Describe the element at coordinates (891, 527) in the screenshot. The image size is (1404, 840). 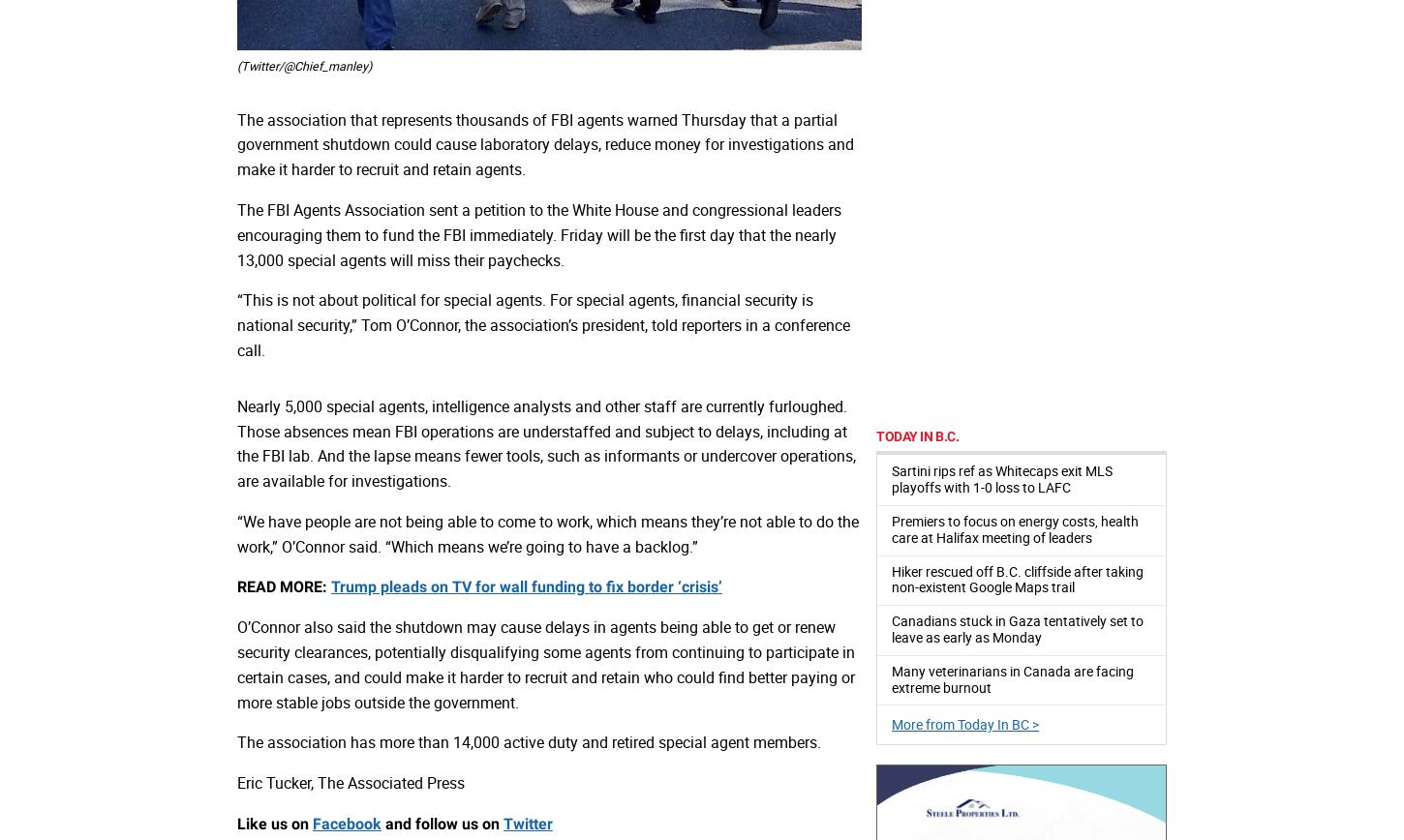
I see `'Premiers to focus on energy costs, health care at Halifax meeting of leaders'` at that location.